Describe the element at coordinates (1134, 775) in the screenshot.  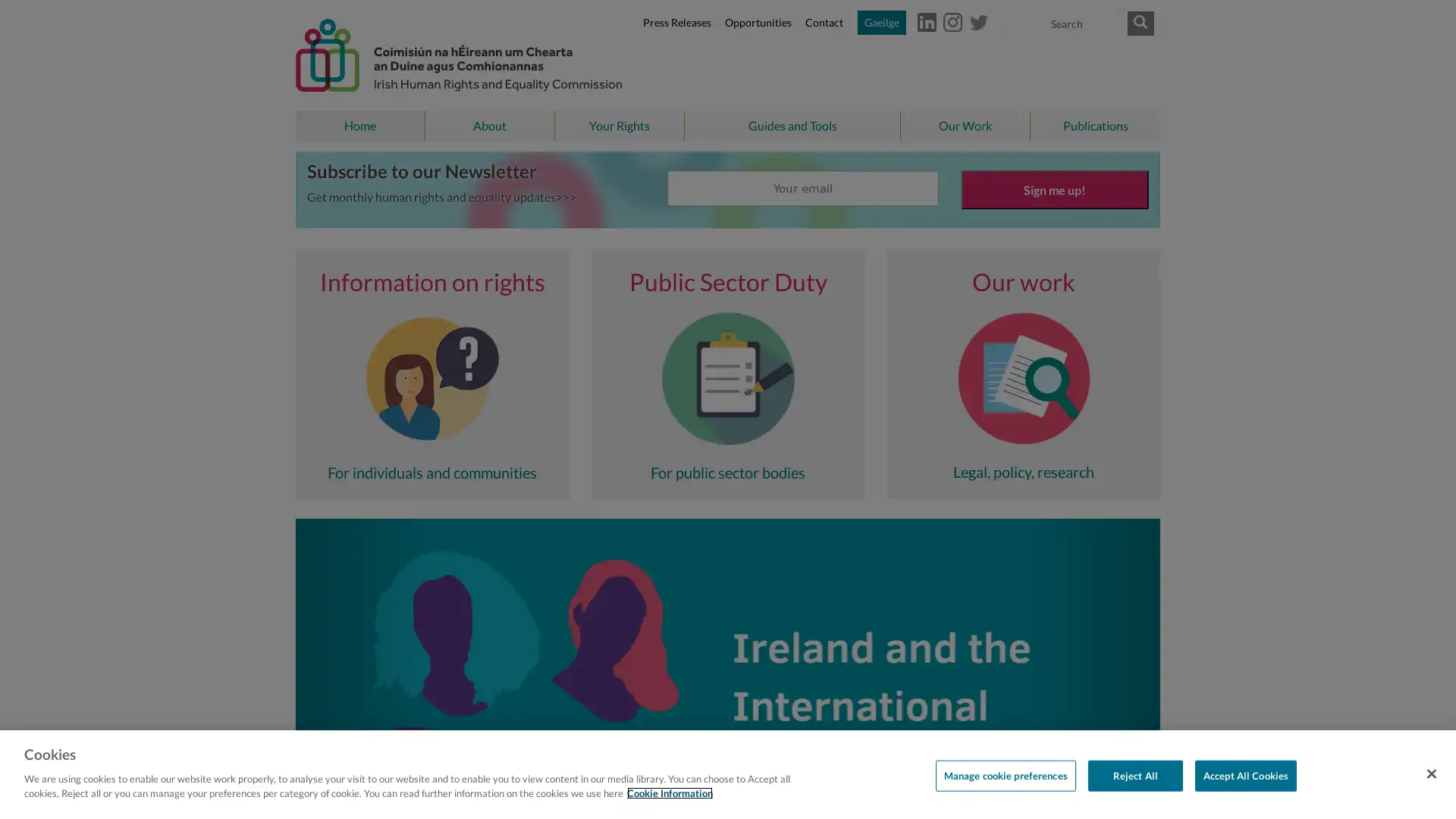
I see `Reject All` at that location.